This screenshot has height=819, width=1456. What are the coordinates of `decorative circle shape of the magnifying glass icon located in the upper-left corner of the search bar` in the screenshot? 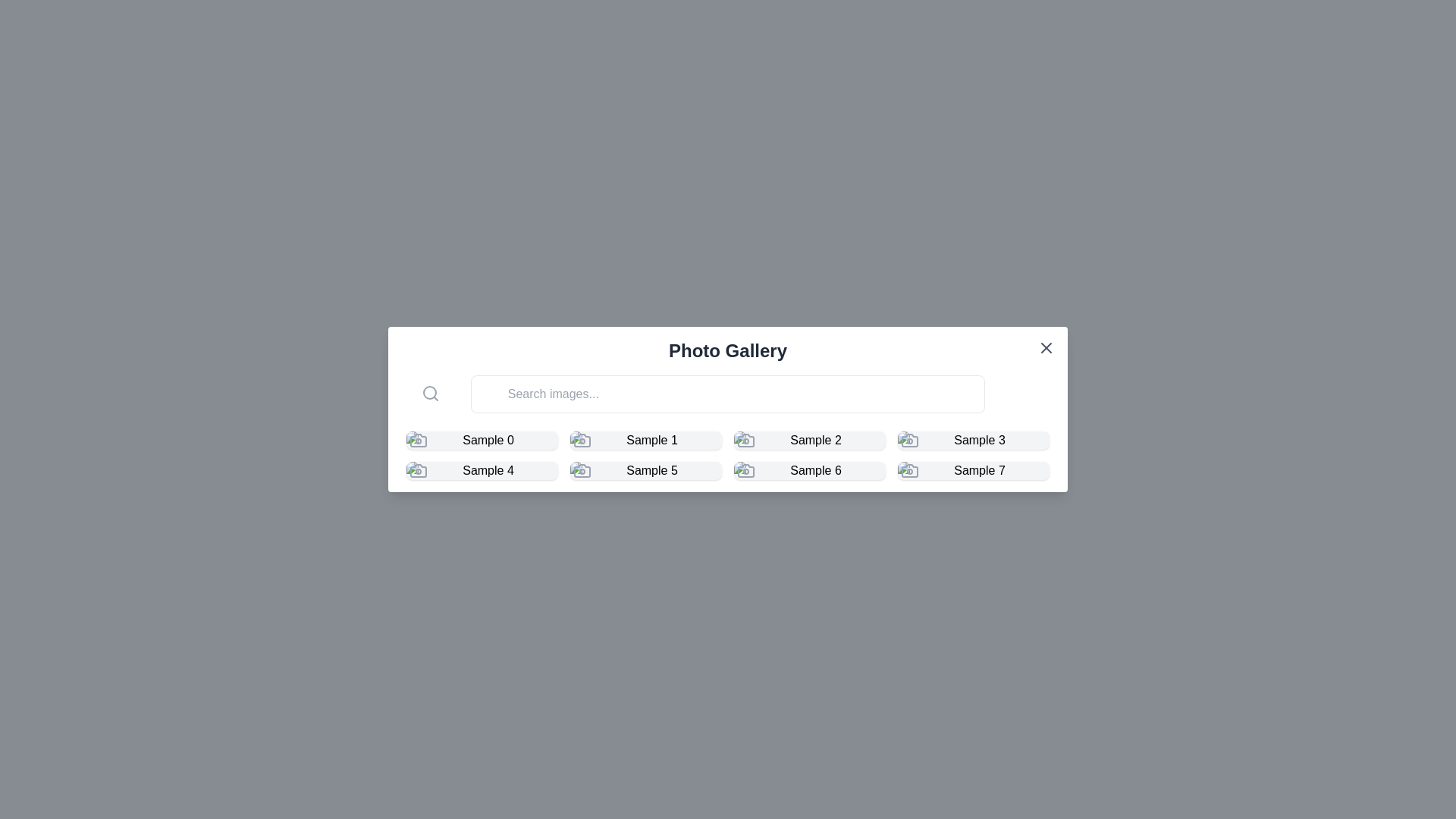 It's located at (428, 391).